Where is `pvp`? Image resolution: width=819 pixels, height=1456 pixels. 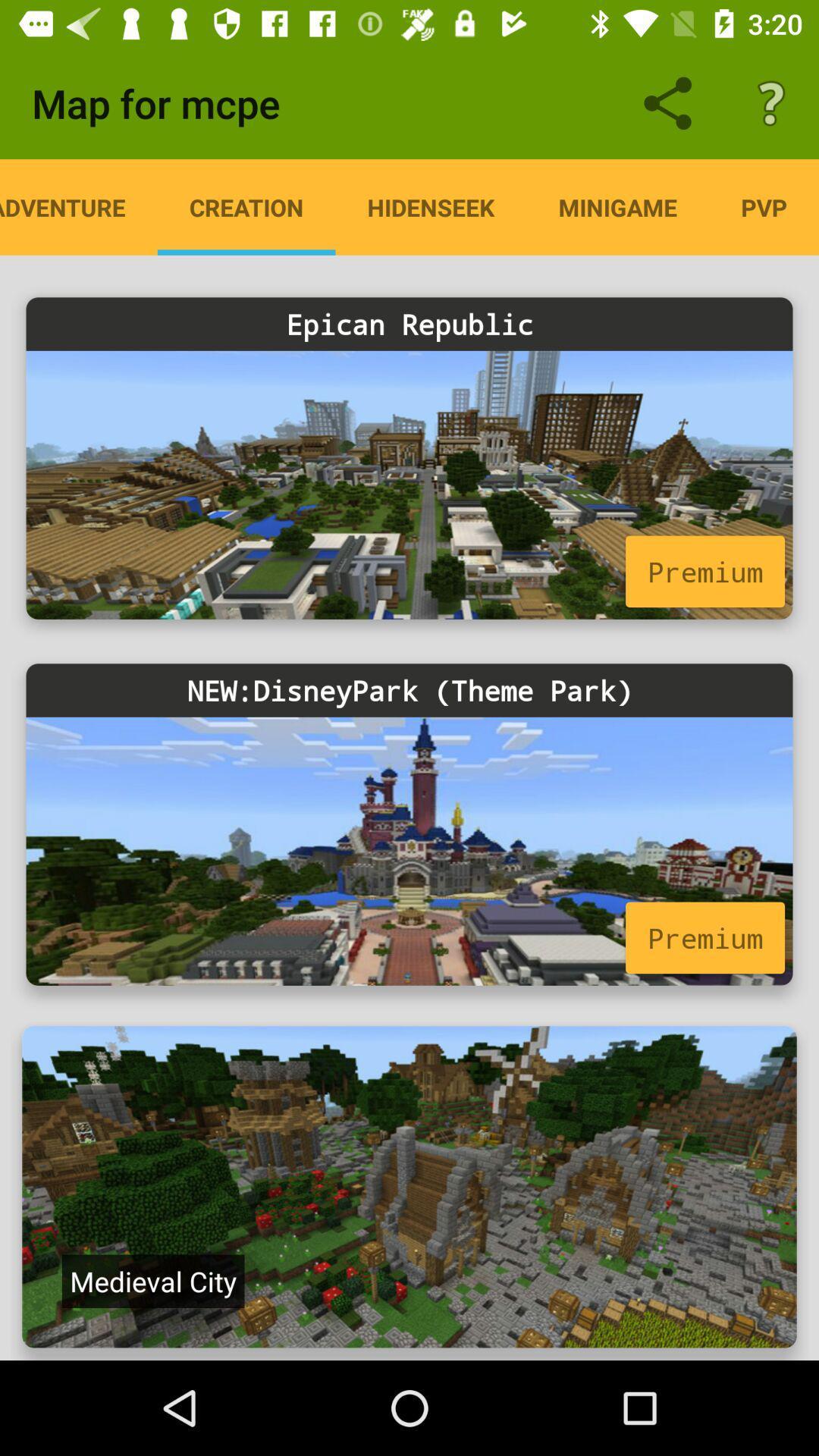 pvp is located at coordinates (764, 206).